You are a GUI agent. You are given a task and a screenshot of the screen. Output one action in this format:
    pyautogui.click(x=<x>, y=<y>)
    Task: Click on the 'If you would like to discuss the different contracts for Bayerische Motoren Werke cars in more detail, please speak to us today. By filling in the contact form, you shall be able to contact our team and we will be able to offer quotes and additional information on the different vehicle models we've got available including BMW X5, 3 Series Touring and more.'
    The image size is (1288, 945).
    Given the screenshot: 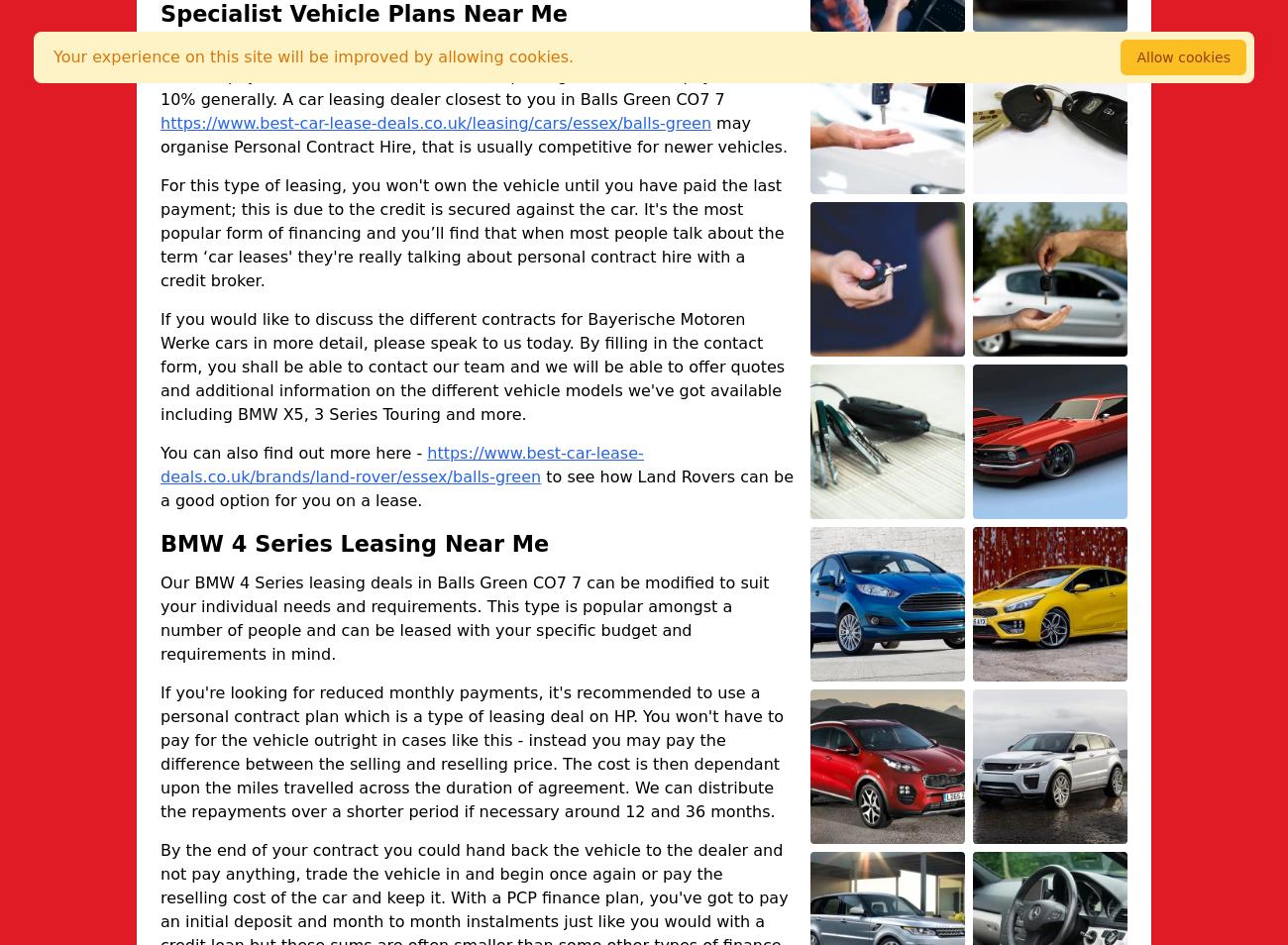 What is the action you would take?
    pyautogui.click(x=471, y=367)
    